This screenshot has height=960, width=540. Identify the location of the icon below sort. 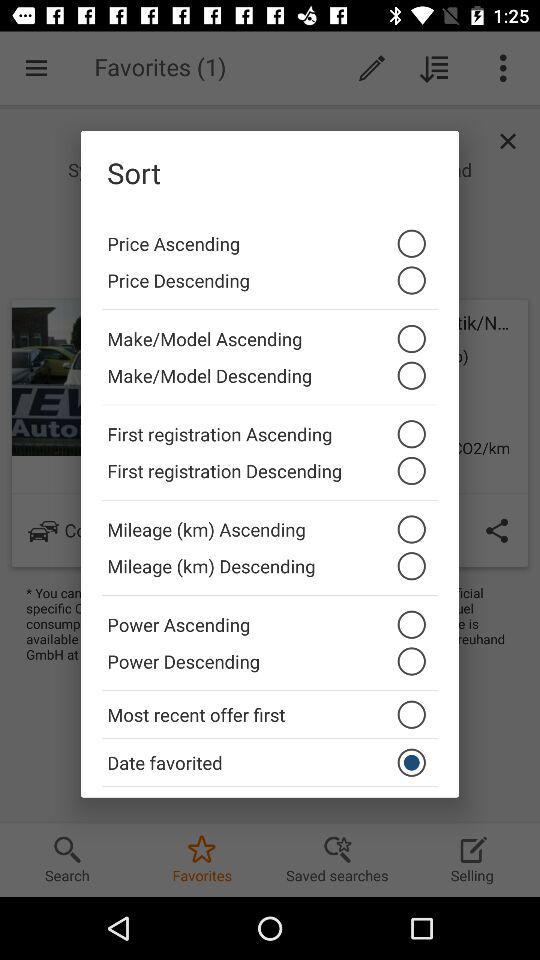
(270, 238).